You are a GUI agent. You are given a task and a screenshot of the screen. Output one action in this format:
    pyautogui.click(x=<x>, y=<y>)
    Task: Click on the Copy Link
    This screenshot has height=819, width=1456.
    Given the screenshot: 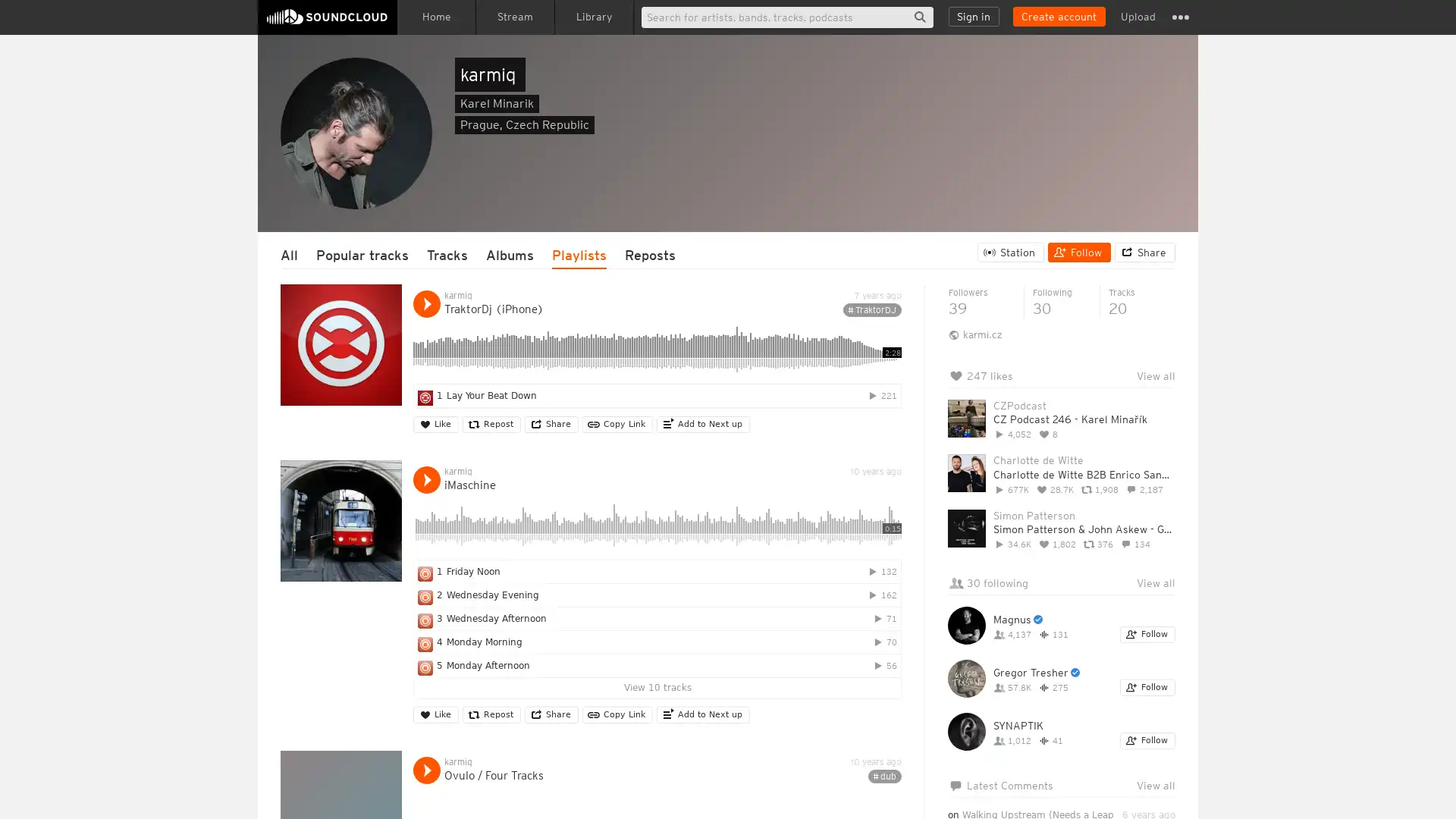 What is the action you would take?
    pyautogui.click(x=617, y=424)
    